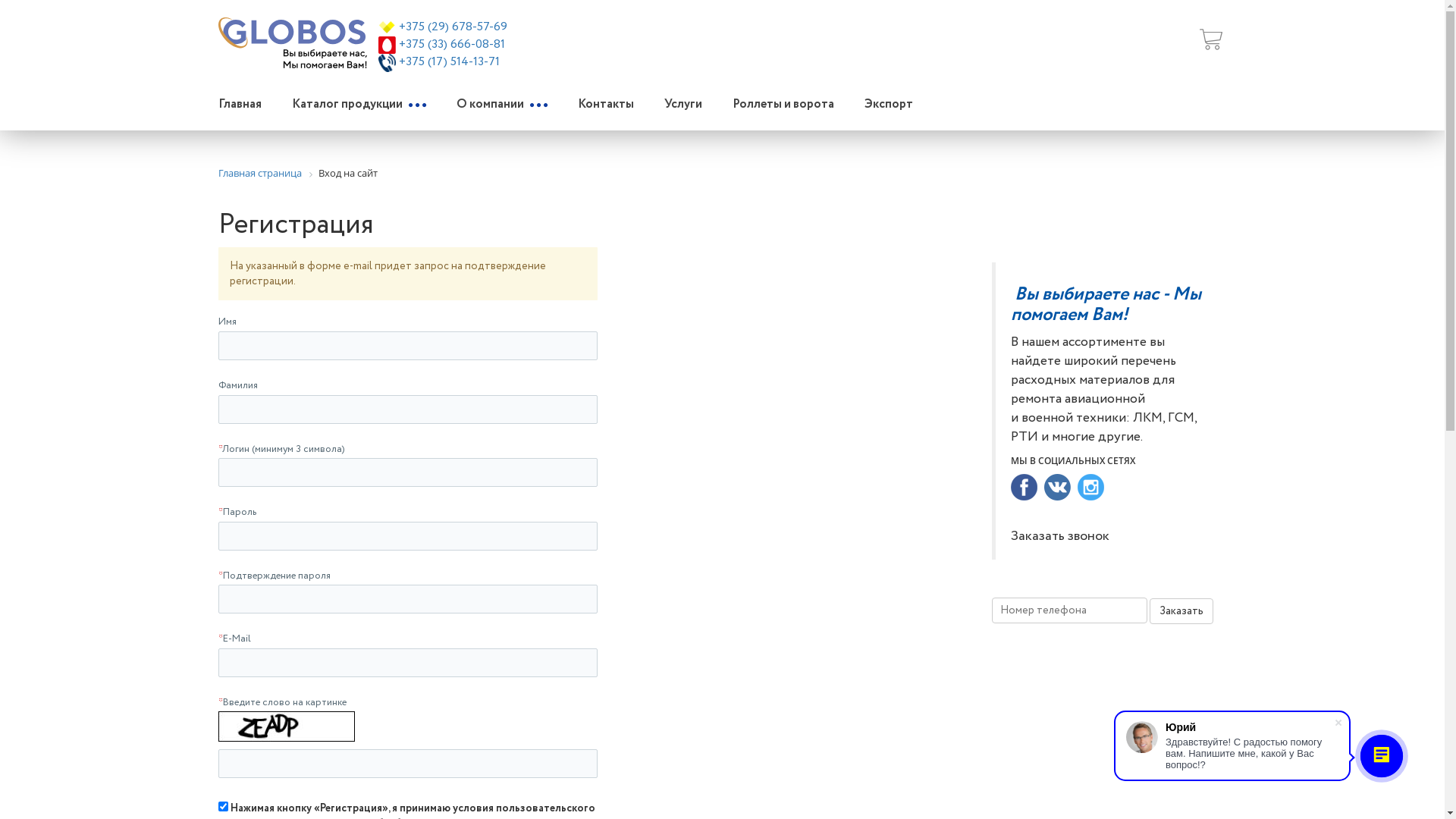 The height and width of the screenshot is (819, 1456). Describe the element at coordinates (387, 27) in the screenshot. I see `'velcom.png'` at that location.